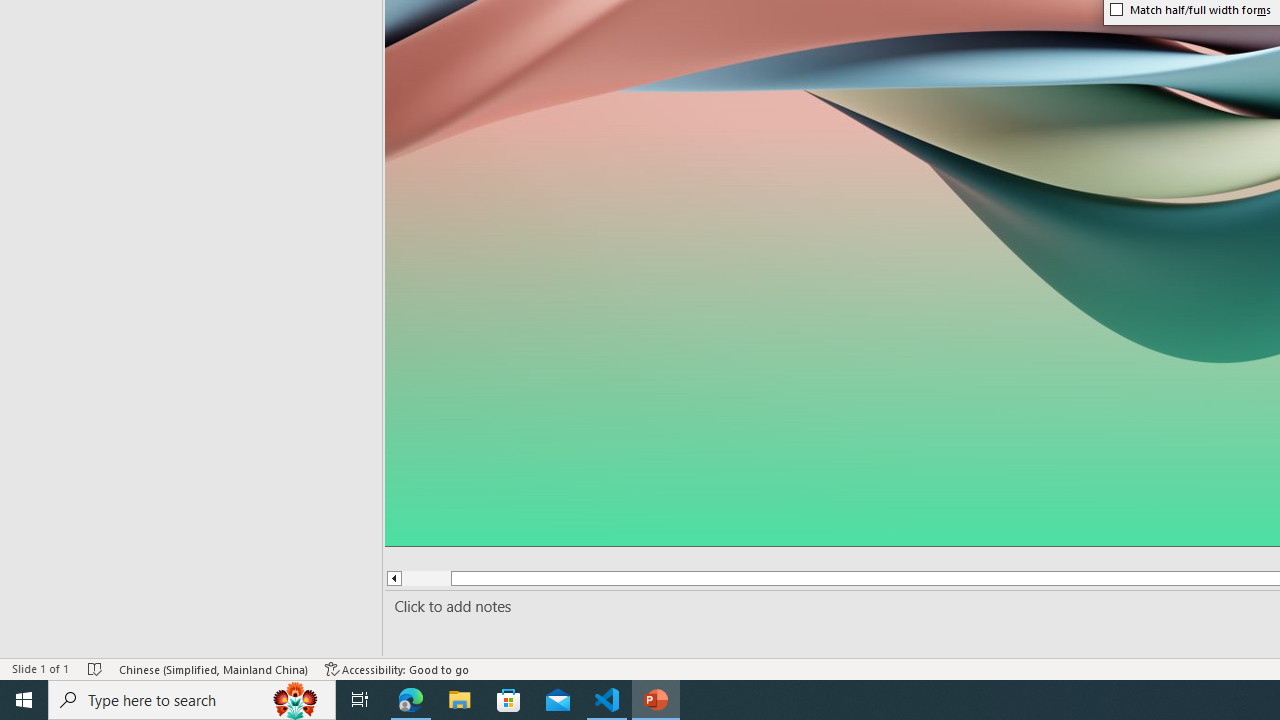  What do you see at coordinates (393, 578) in the screenshot?
I see `'Line up'` at bounding box center [393, 578].